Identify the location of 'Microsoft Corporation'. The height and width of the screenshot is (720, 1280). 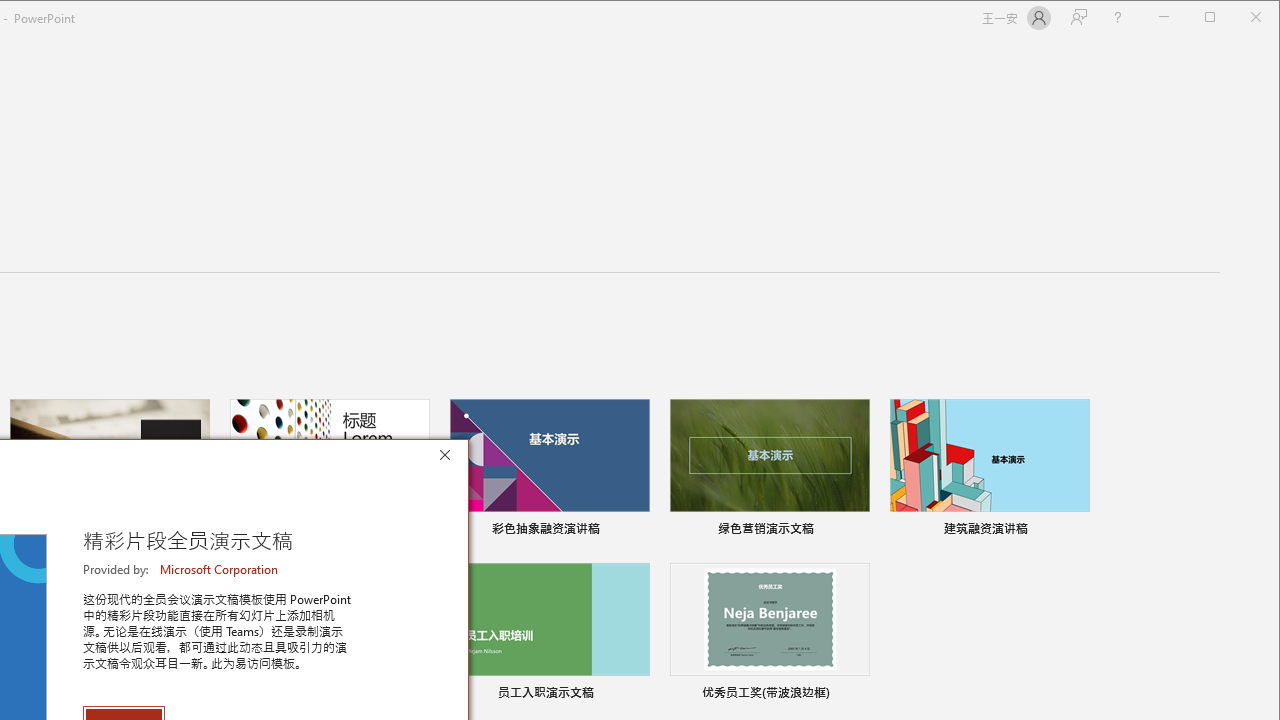
(220, 569).